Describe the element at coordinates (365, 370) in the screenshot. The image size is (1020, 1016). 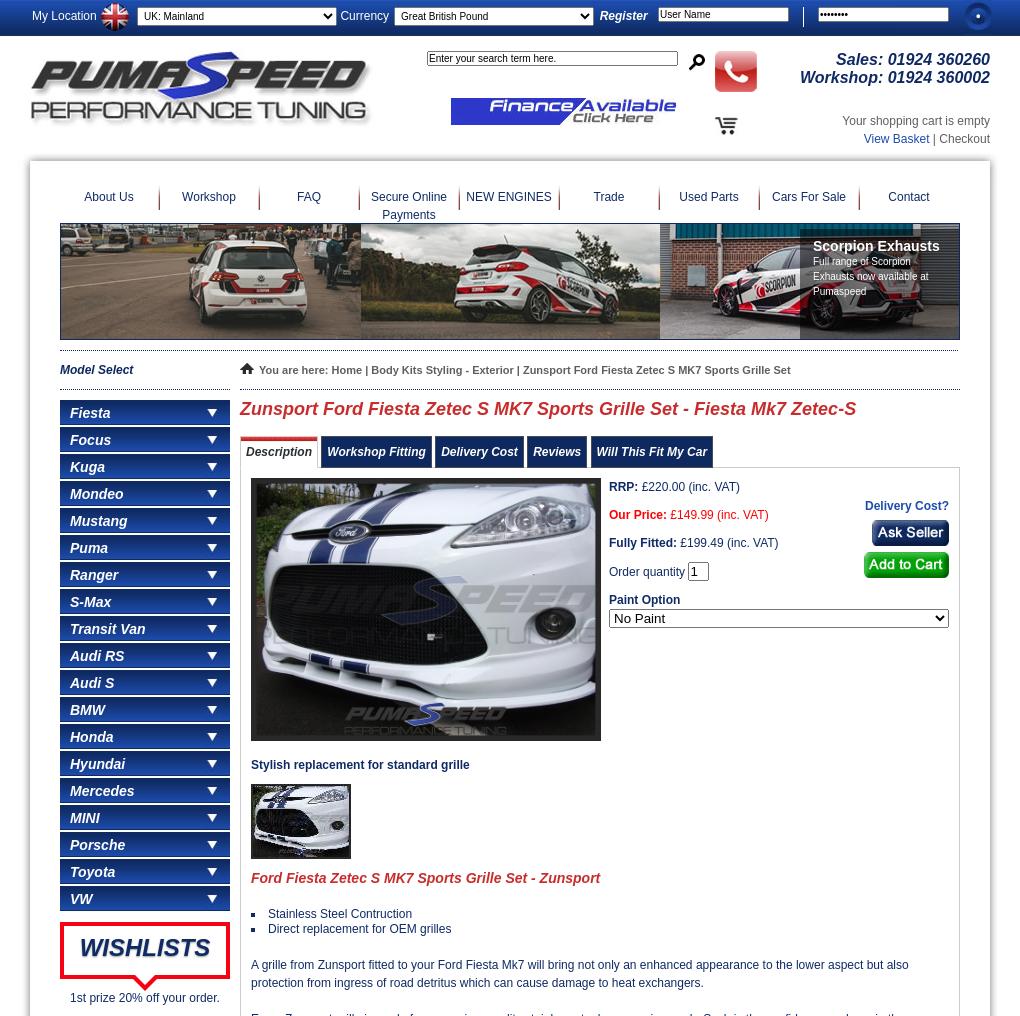
I see `'|'` at that location.